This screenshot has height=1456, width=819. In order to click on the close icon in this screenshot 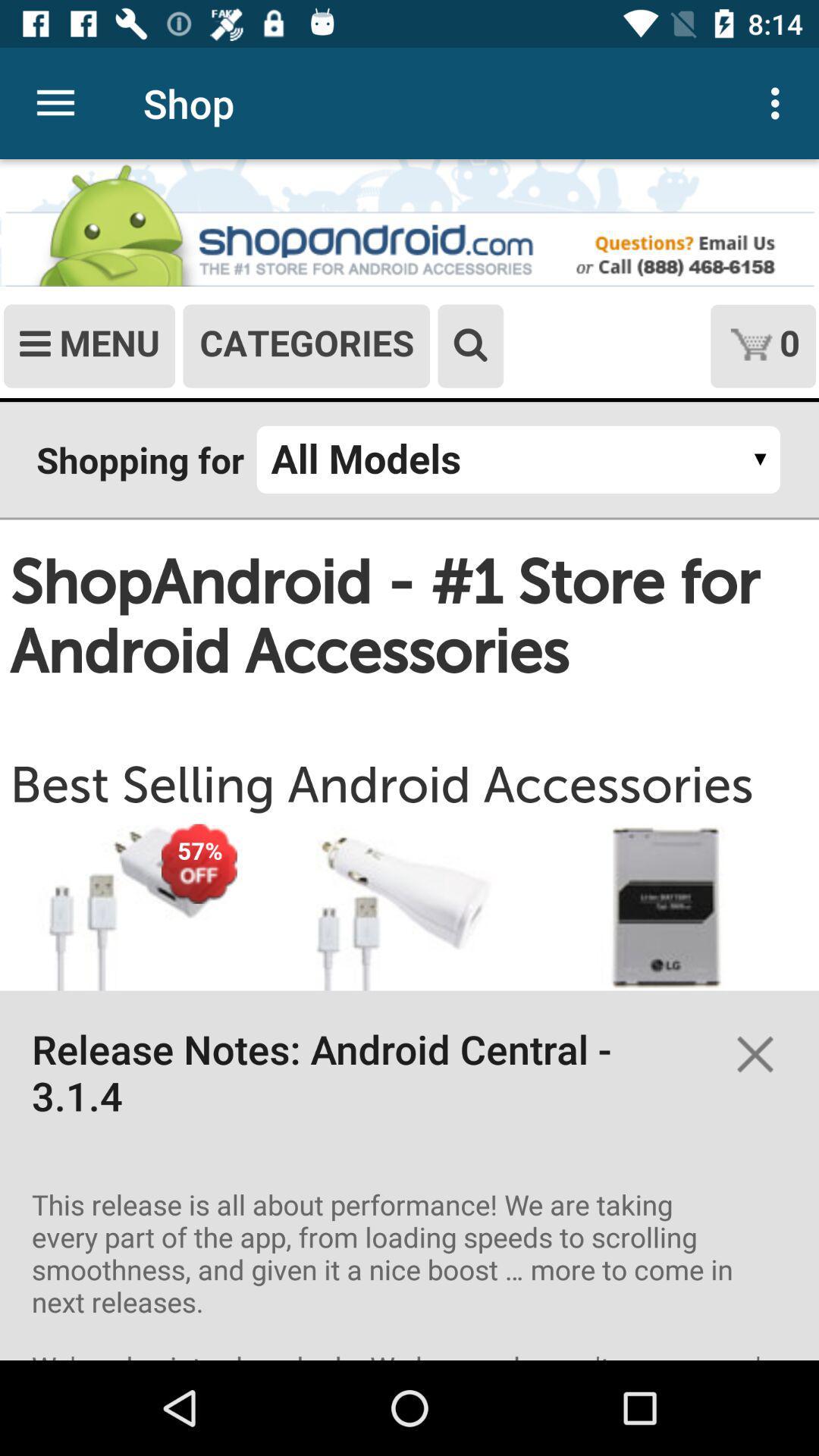, I will do `click(755, 1053)`.